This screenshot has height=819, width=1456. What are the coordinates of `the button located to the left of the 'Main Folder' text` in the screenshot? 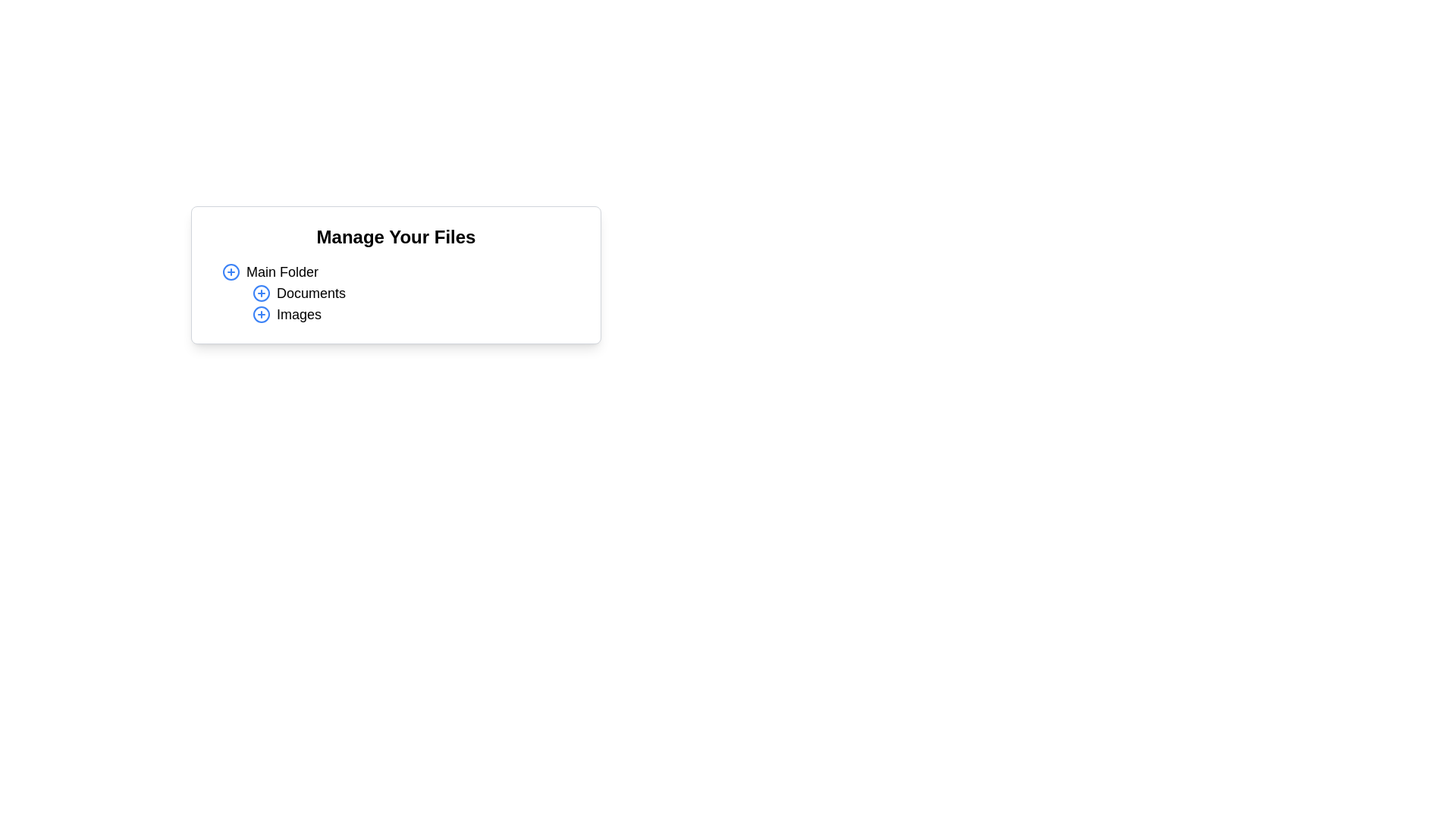 It's located at (231, 271).